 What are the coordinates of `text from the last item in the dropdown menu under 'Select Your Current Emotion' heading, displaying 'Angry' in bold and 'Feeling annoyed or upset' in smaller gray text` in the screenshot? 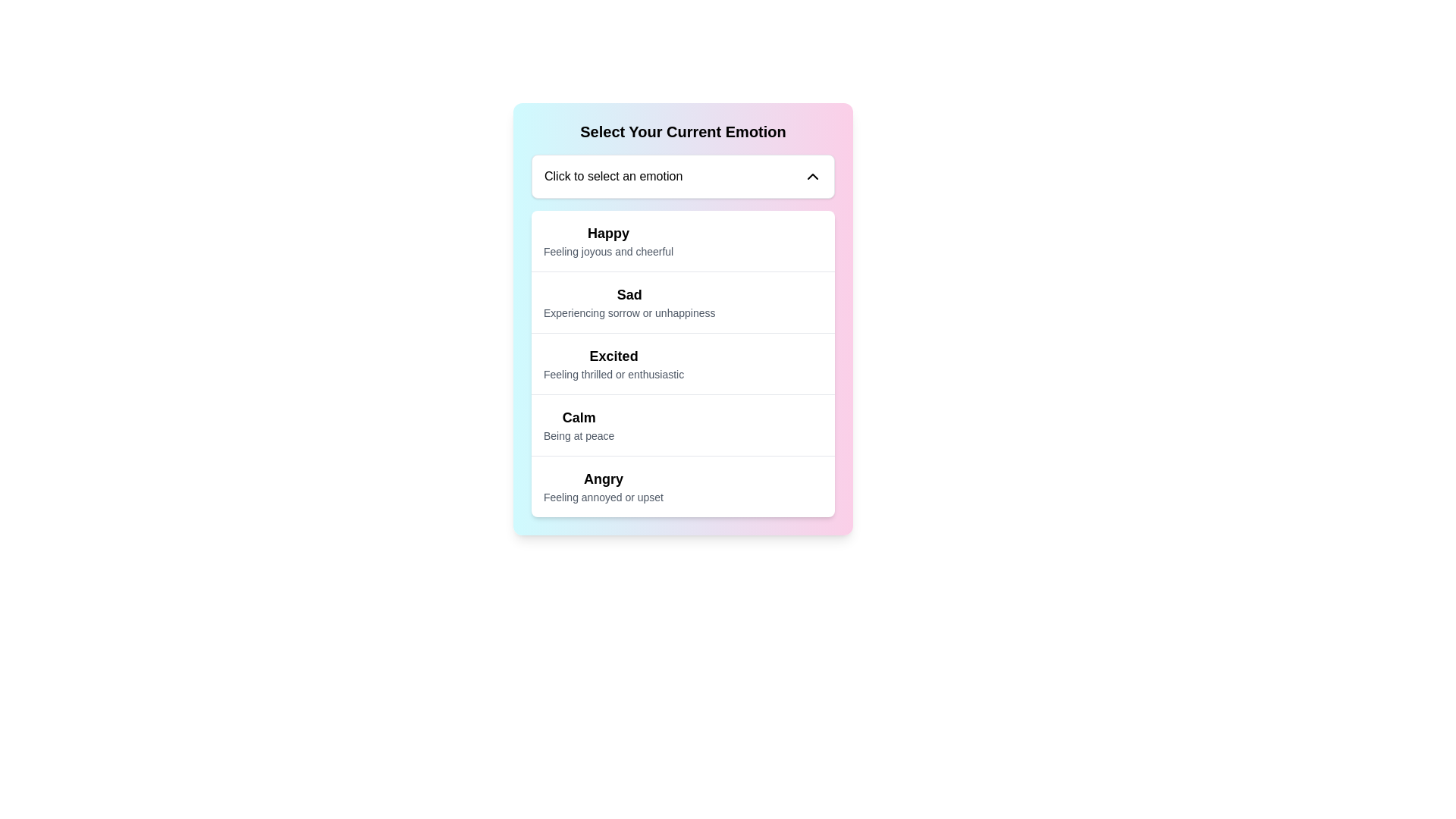 It's located at (603, 486).